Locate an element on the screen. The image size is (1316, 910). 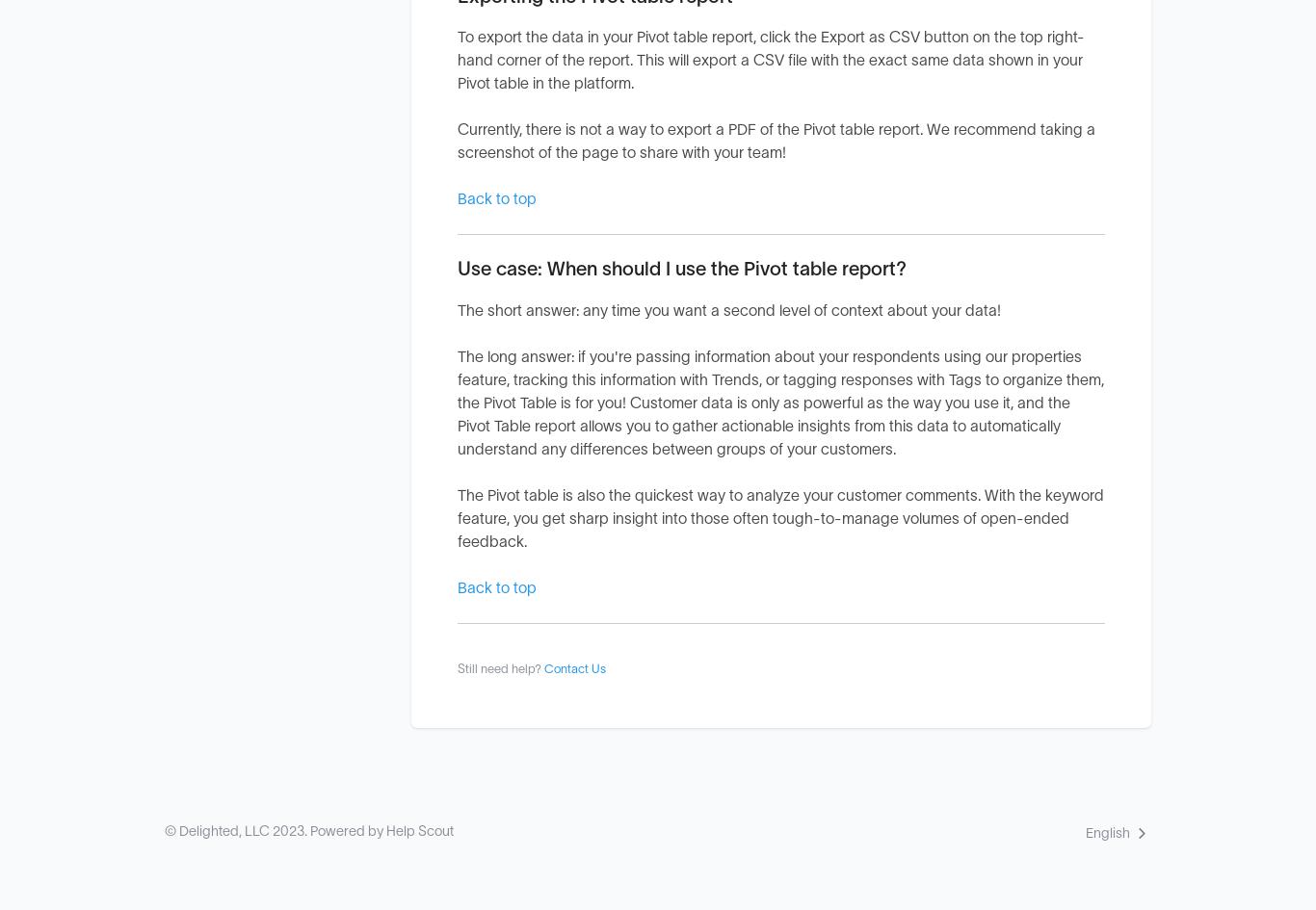
'The long answer: if you're passing information about your respondents using our properties feature, tracking this information with Trends, or tagging responses with Tags to organize them, the Pivot Table is for you! Customer data is only as powerful as the way you use it, and the Pivot Table report allows you to gather actionable insights from this data to automatically understand any differences between groups of your customers.' is located at coordinates (779, 402).